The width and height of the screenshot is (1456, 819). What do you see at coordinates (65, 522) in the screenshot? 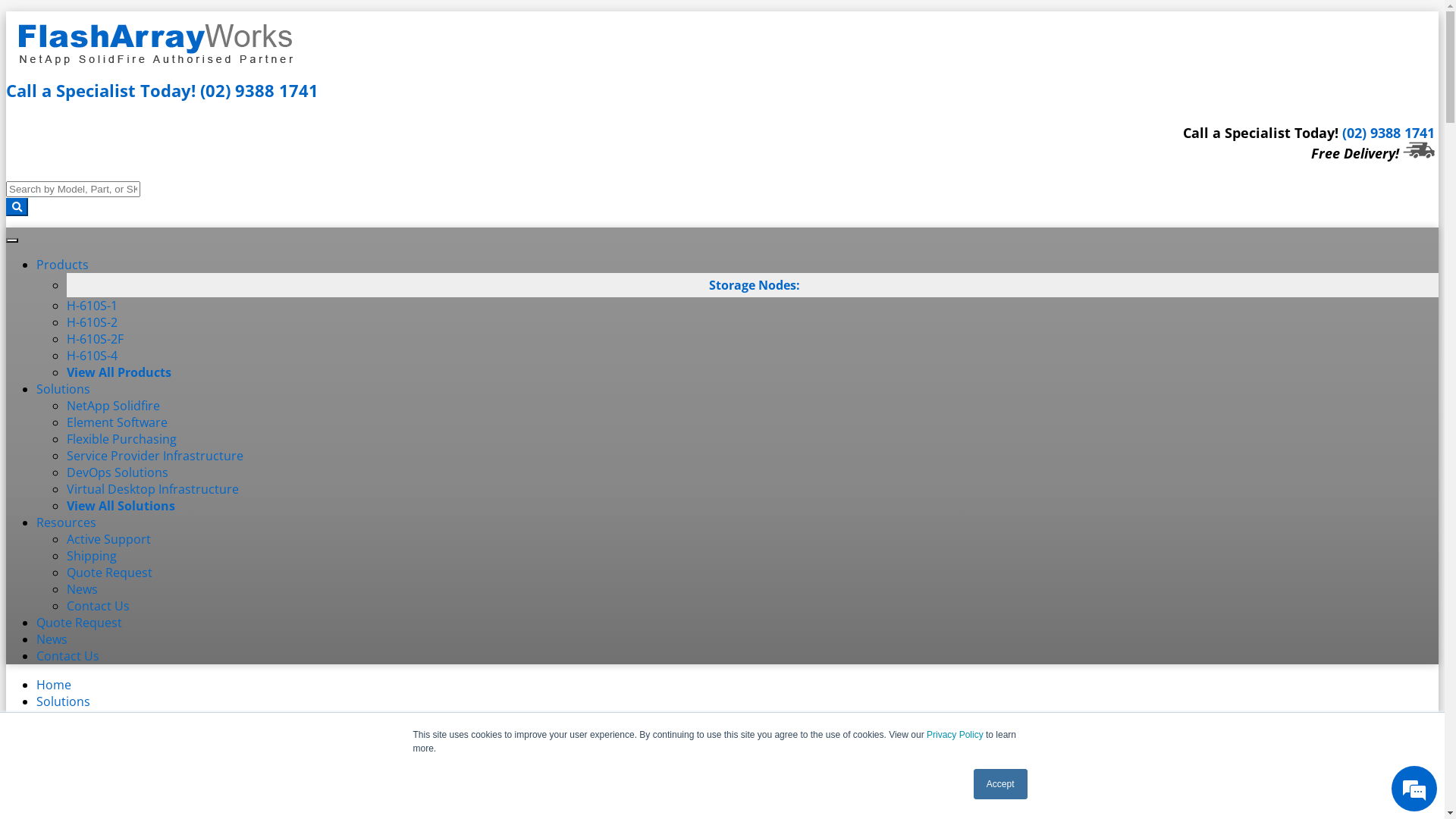
I see `'Resources'` at bounding box center [65, 522].